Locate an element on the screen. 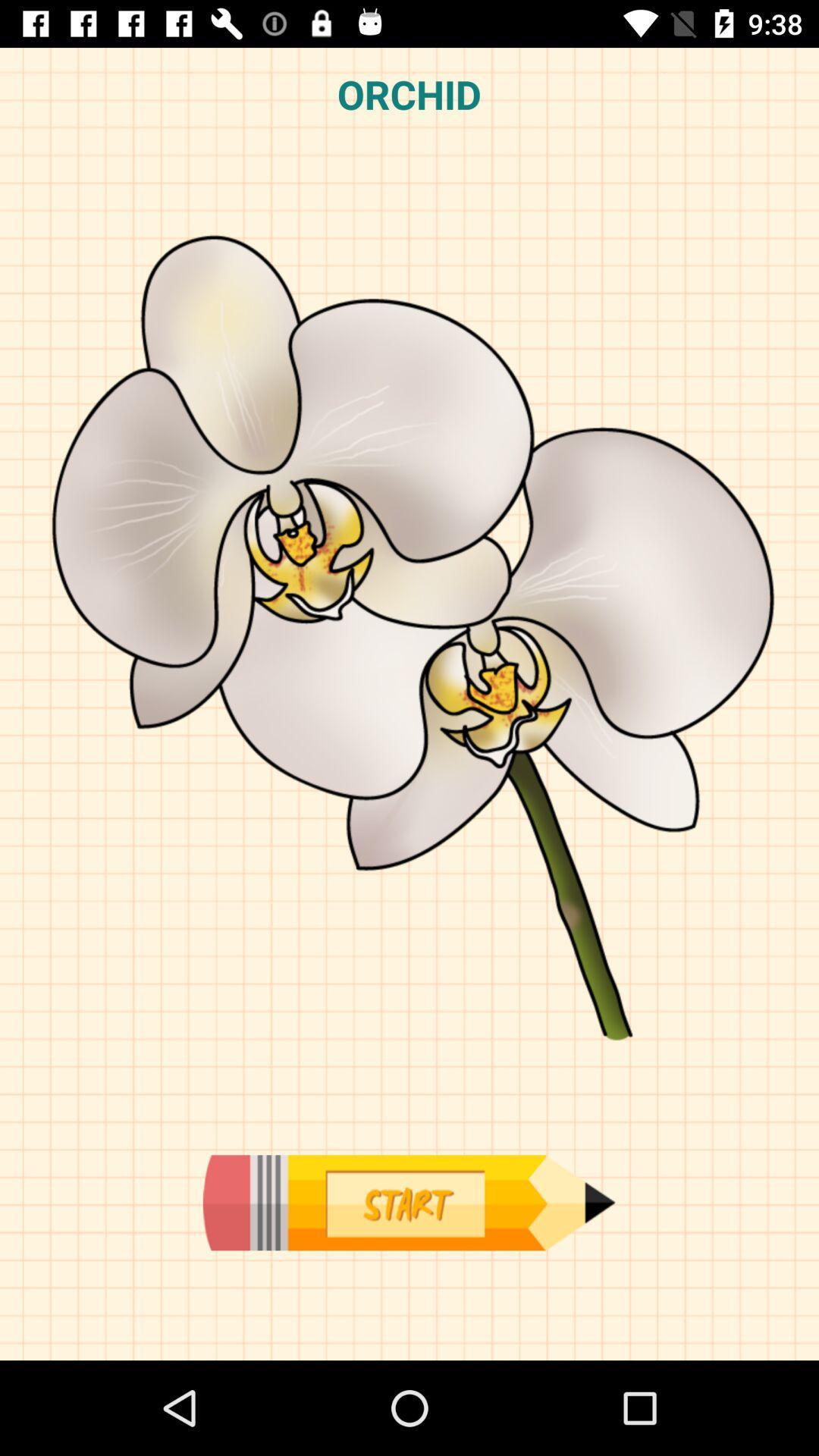  start is located at coordinates (408, 1202).